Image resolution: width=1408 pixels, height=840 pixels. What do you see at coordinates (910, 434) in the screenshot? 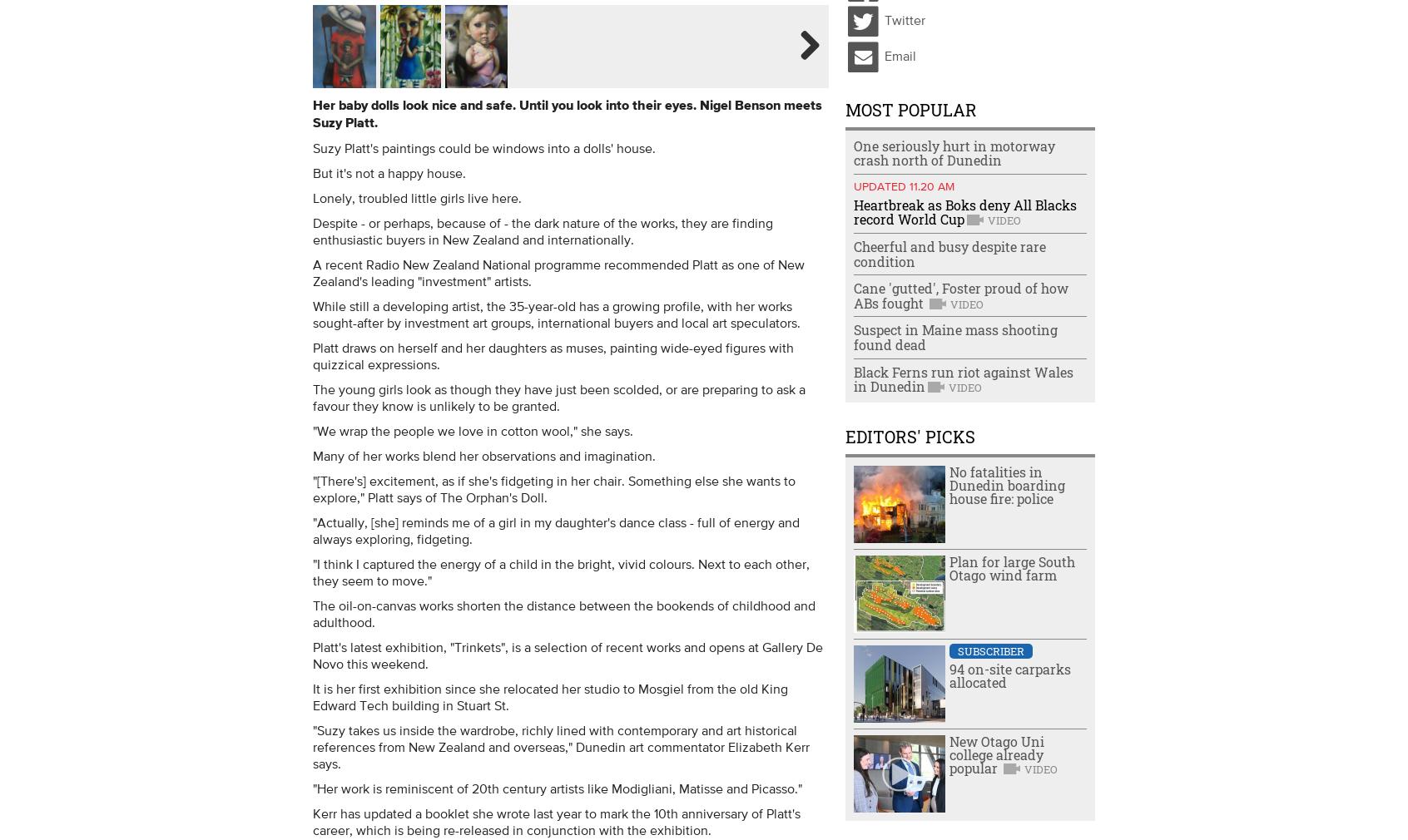
I see `'Editors' Picks'` at bounding box center [910, 434].